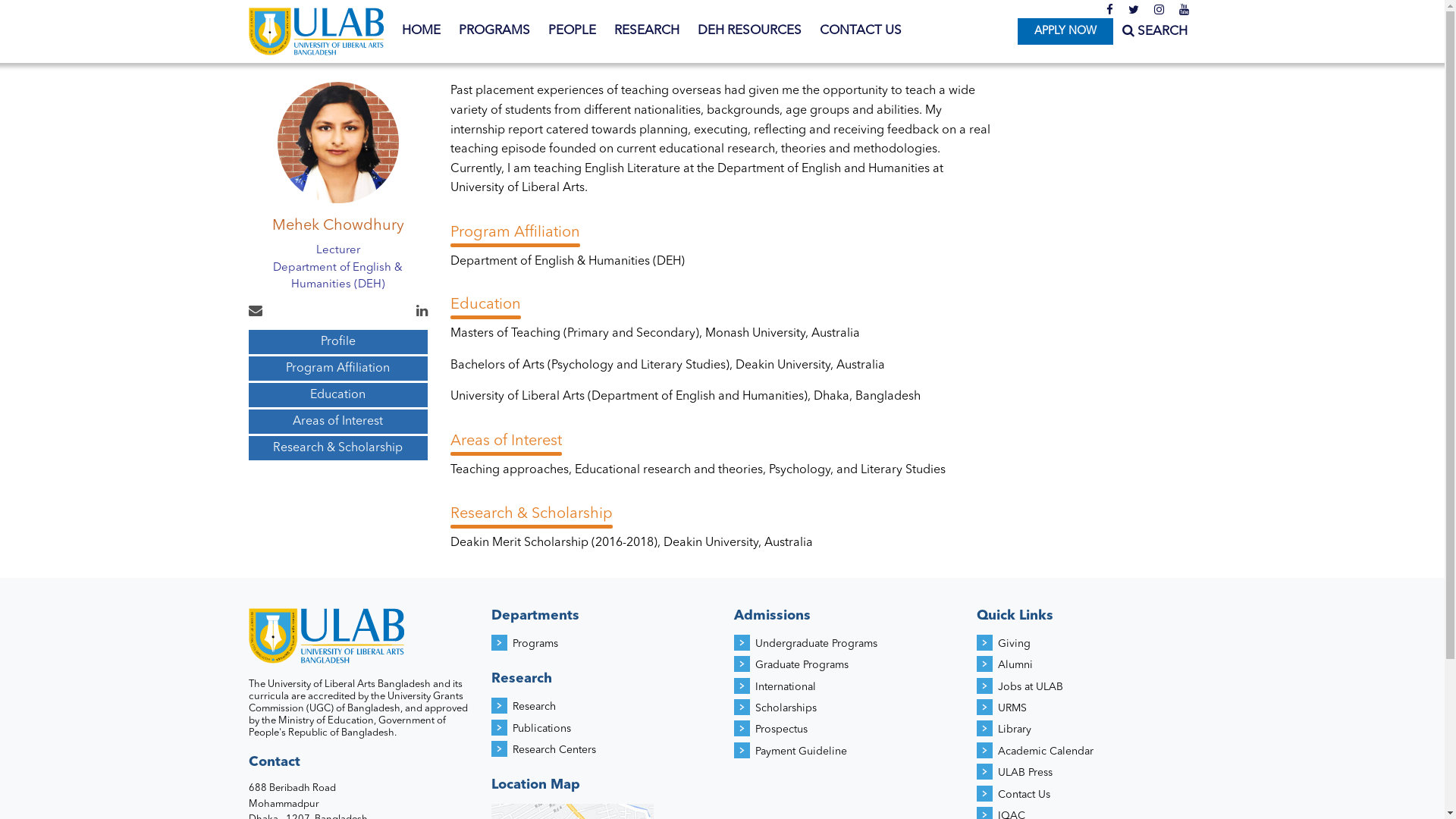  Describe the element at coordinates (1122, 31) in the screenshot. I see `'SEARCH'` at that location.